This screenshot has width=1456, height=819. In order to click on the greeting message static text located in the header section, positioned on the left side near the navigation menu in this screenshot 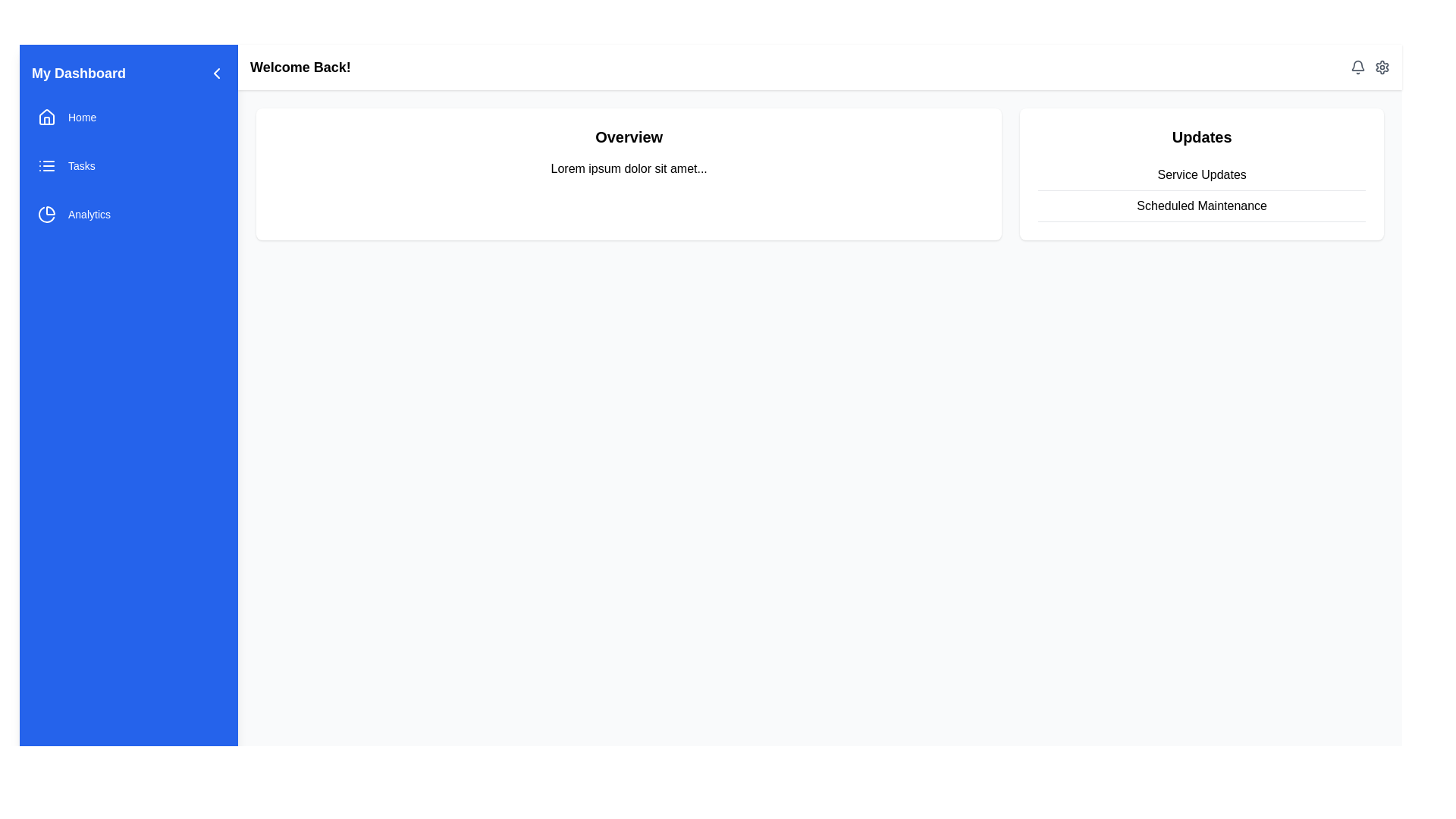, I will do `click(300, 66)`.